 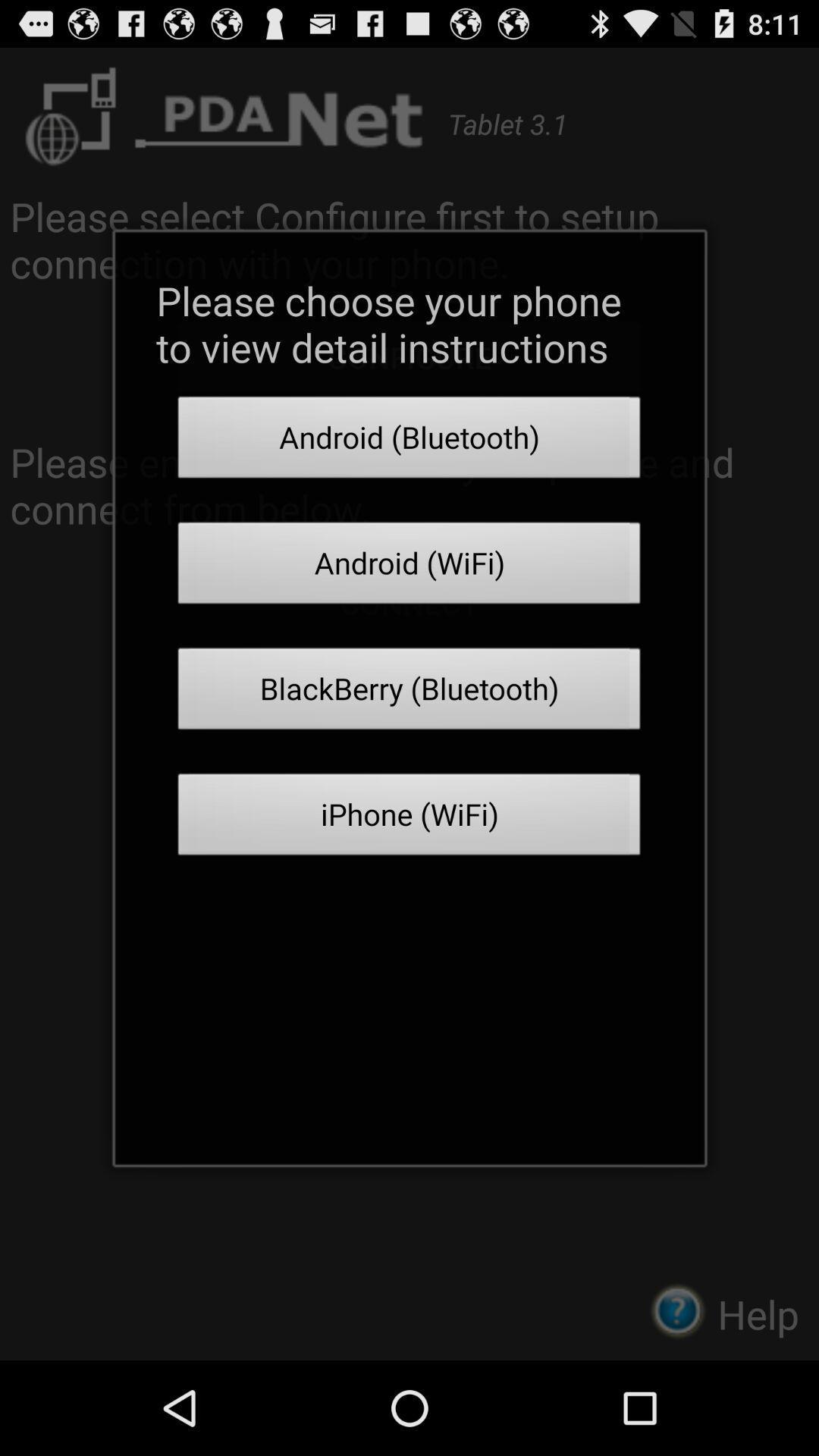 I want to click on the icon above the blackberry (bluetooth) icon, so click(x=409, y=566).